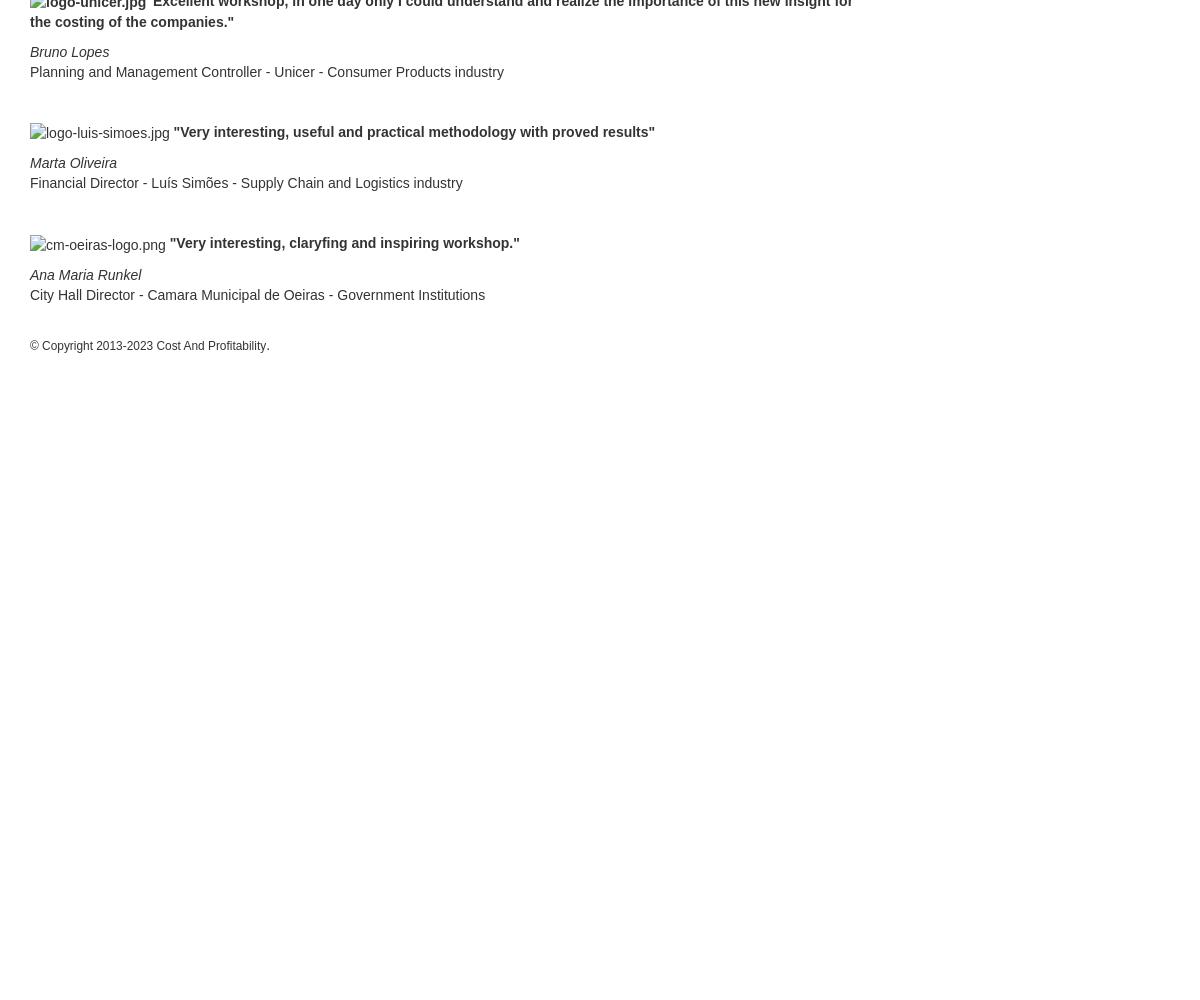 The height and width of the screenshot is (1000, 1200). What do you see at coordinates (344, 242) in the screenshot?
I see `'"Very interesting, claryfing and inspiring workshop."'` at bounding box center [344, 242].